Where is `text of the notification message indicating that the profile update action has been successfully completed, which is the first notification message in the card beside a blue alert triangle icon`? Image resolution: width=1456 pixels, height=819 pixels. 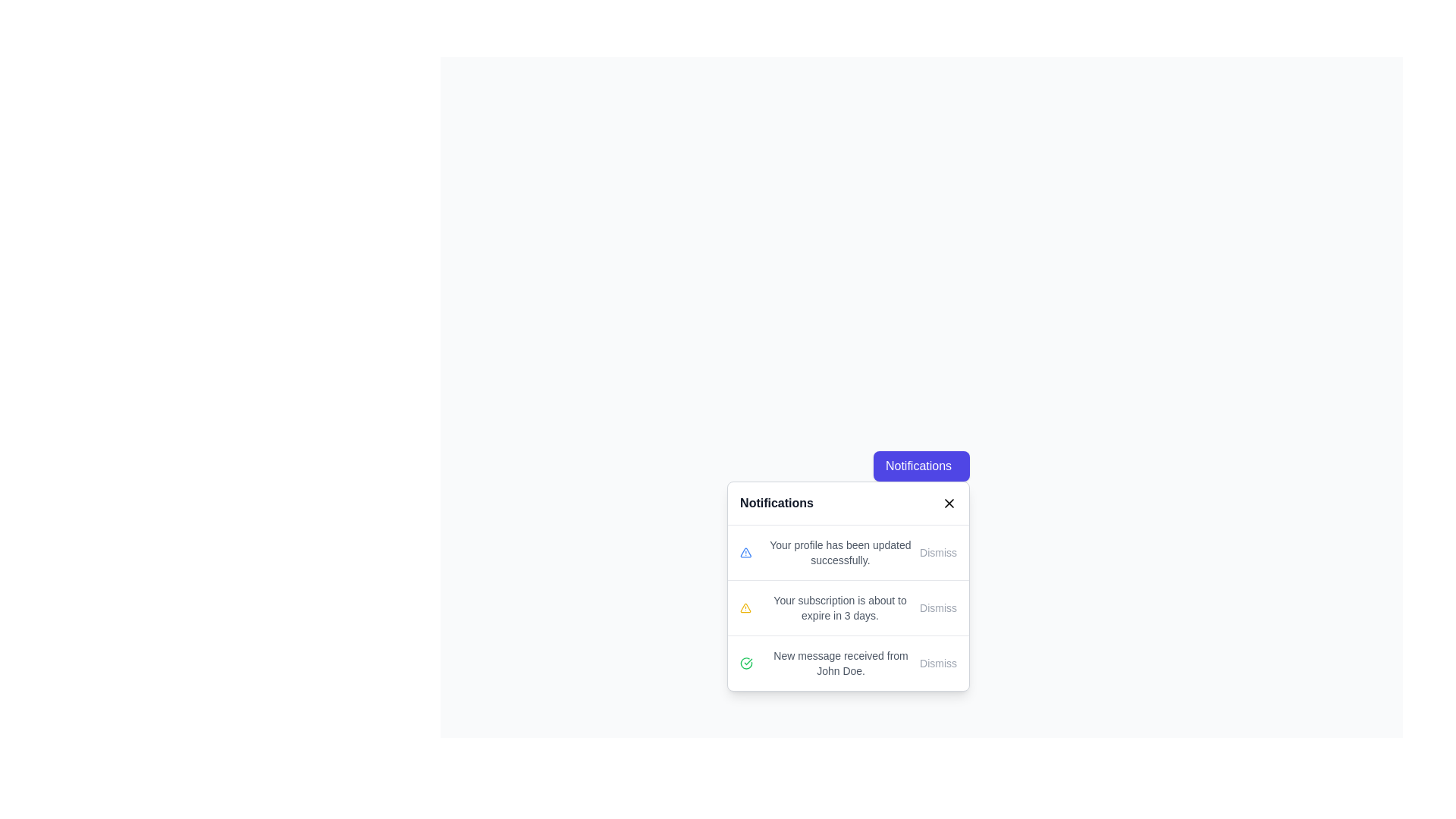 text of the notification message indicating that the profile update action has been successfully completed, which is the first notification message in the card beside a blue alert triangle icon is located at coordinates (829, 553).